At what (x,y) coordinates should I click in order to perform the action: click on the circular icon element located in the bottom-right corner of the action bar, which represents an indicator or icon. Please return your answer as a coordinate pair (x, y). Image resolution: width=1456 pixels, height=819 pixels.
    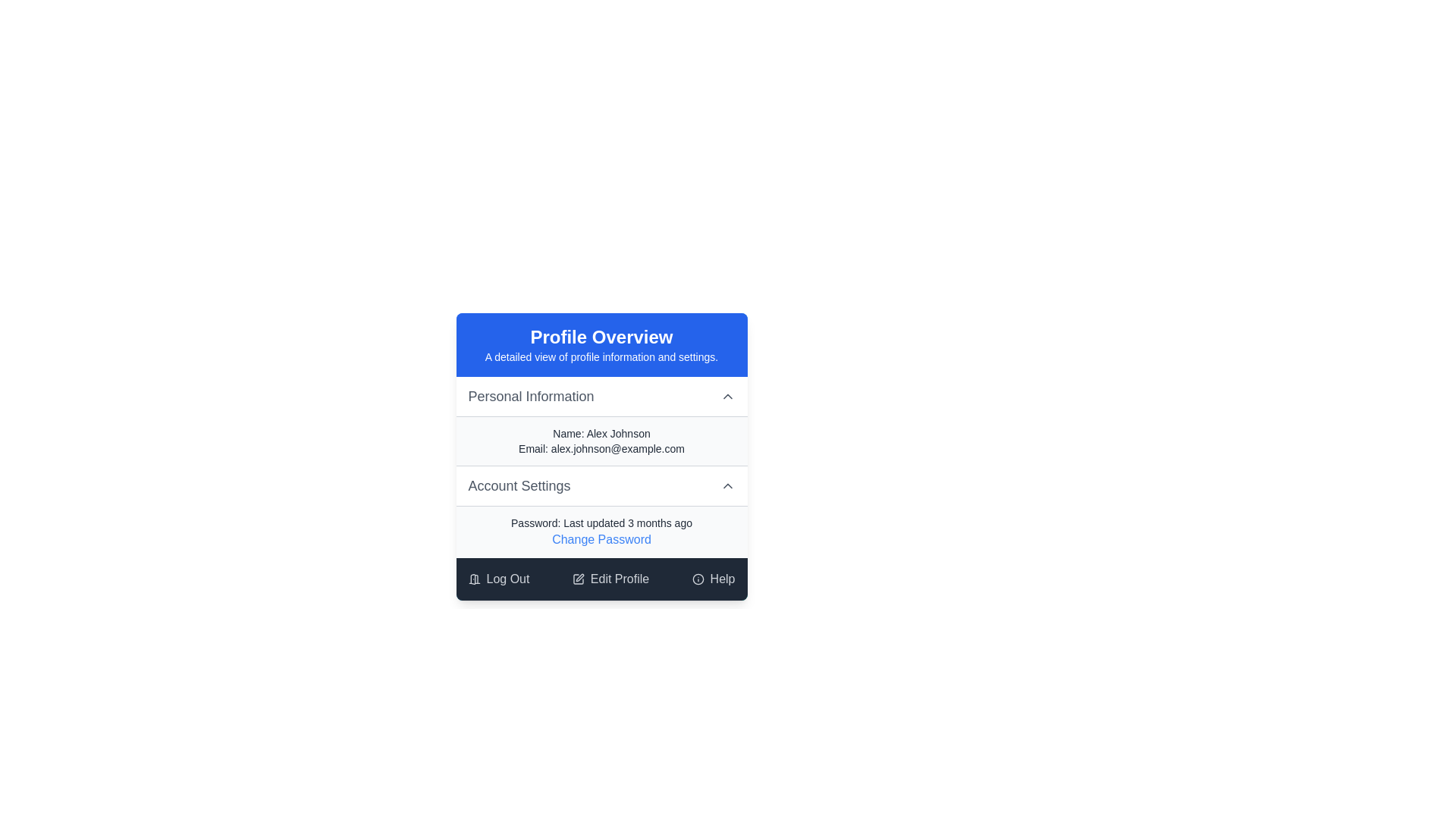
    Looking at the image, I should click on (697, 579).